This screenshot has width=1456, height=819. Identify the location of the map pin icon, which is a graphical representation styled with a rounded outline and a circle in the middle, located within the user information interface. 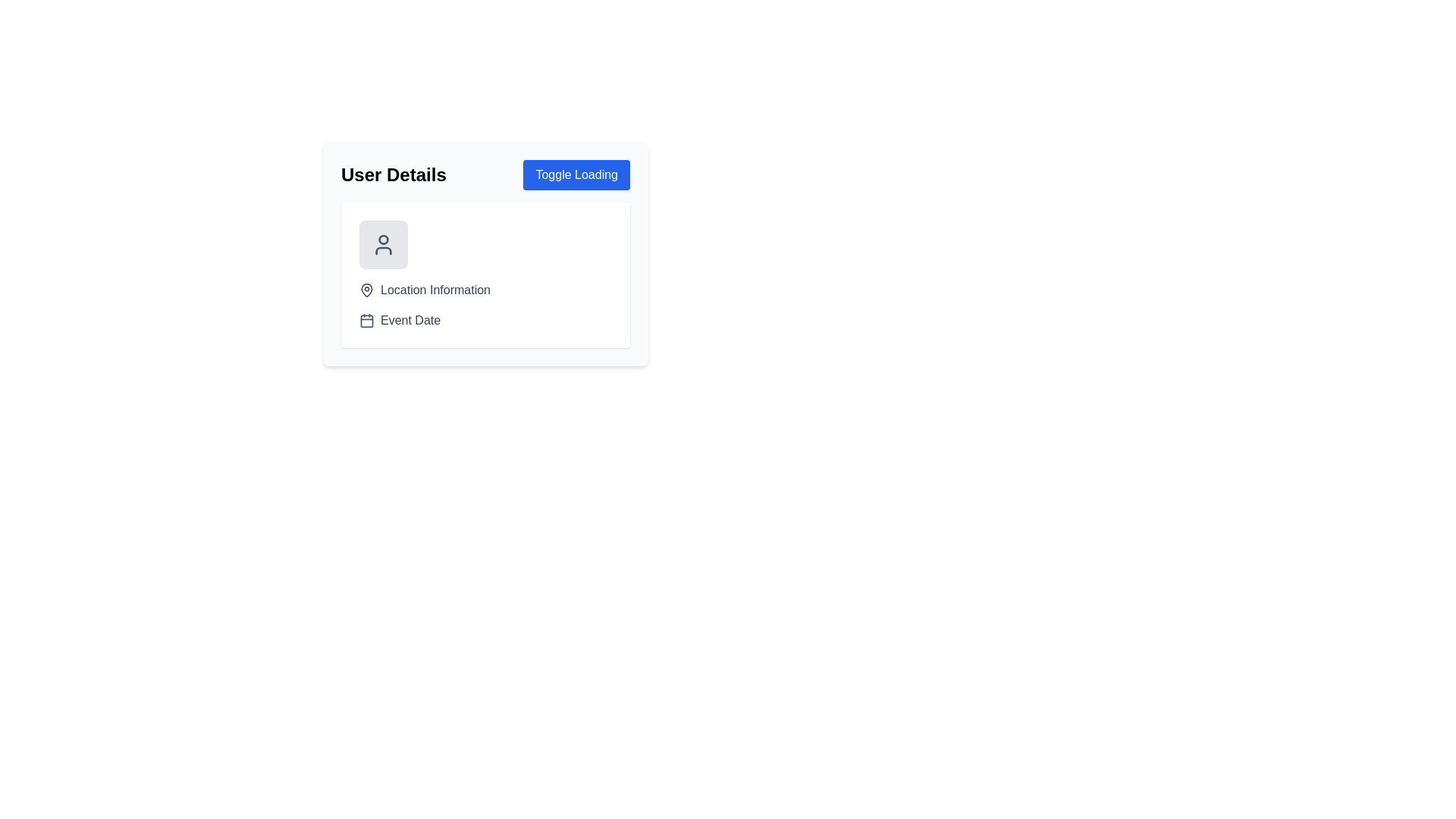
(367, 289).